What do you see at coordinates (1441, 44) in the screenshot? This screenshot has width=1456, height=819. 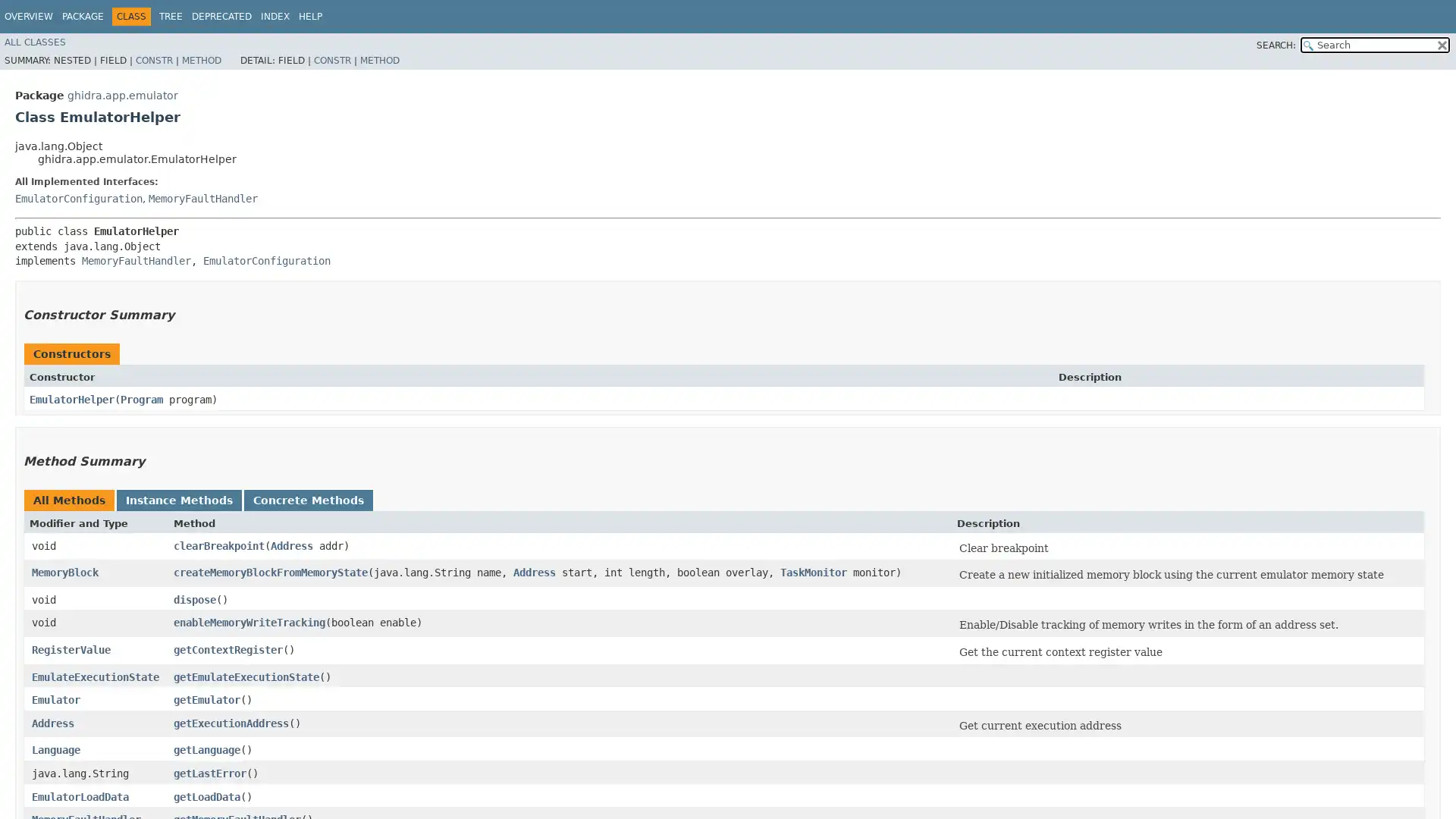 I see `reset` at bounding box center [1441, 44].